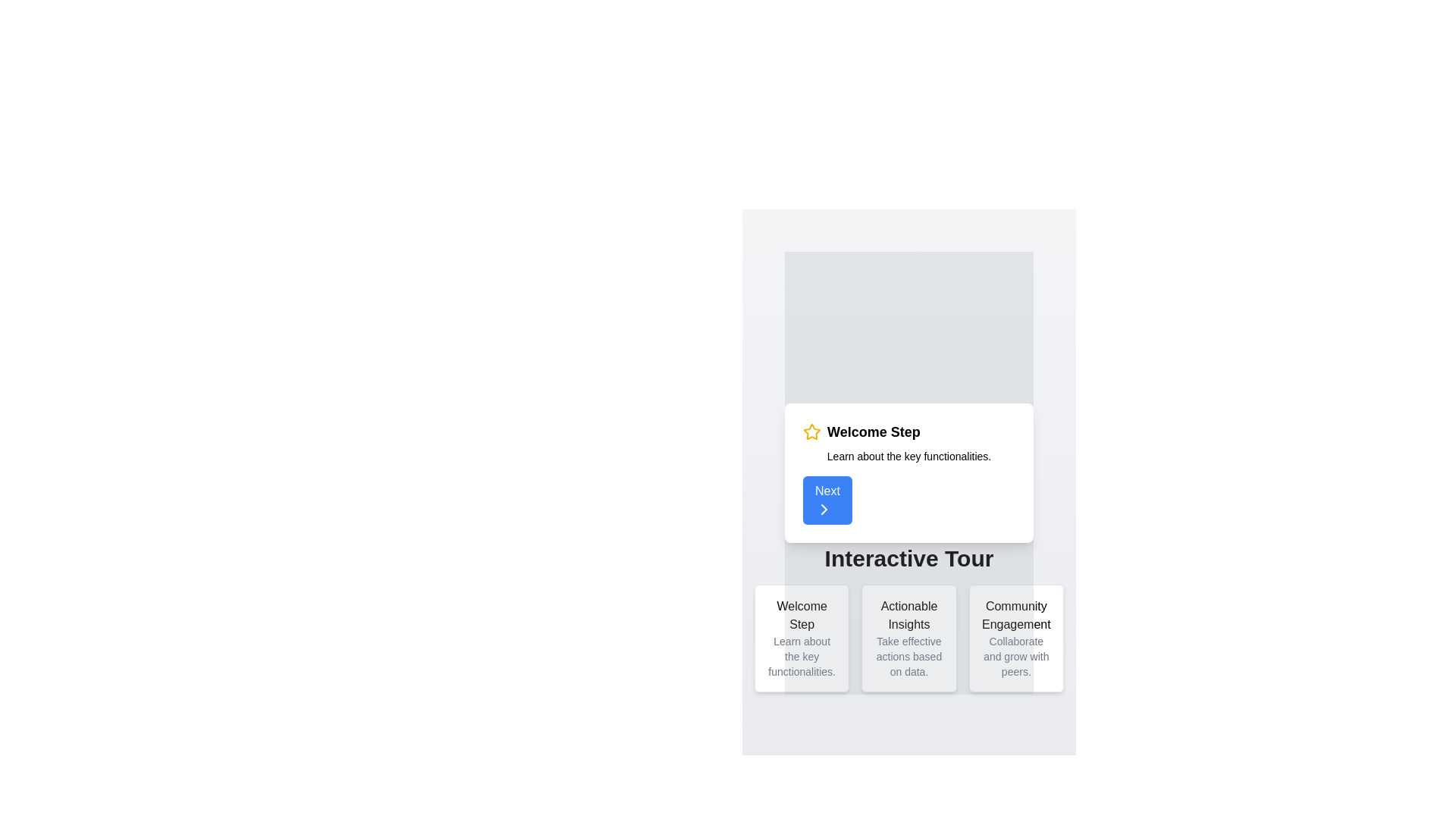  I want to click on the blue rectangular button with rounded edges labeled 'Next' to observe the hover effect that darkens its background, indicating interactivity, so click(827, 500).